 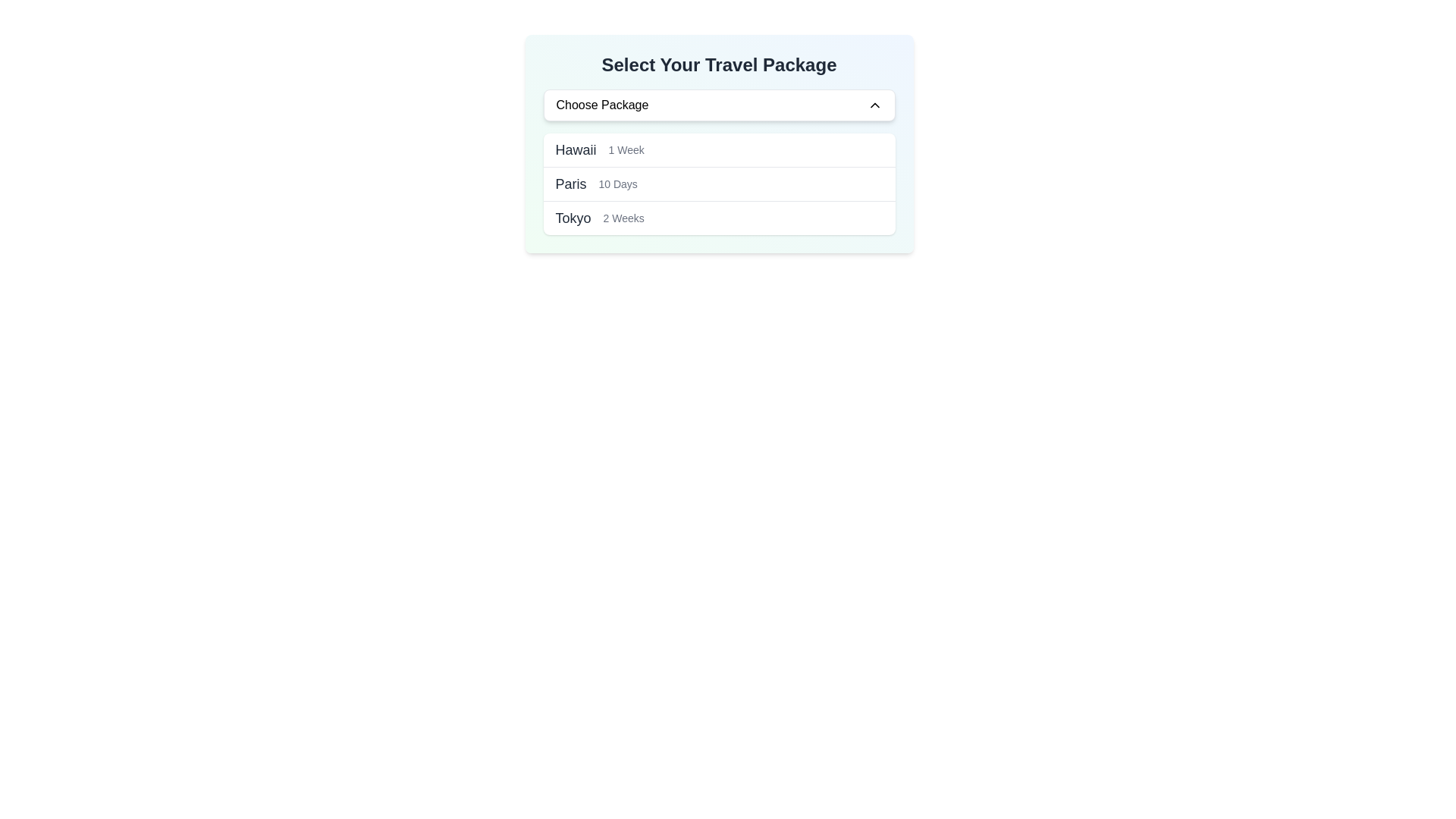 I want to click on the list item displaying 'Paris' in a selection menu, so click(x=718, y=183).